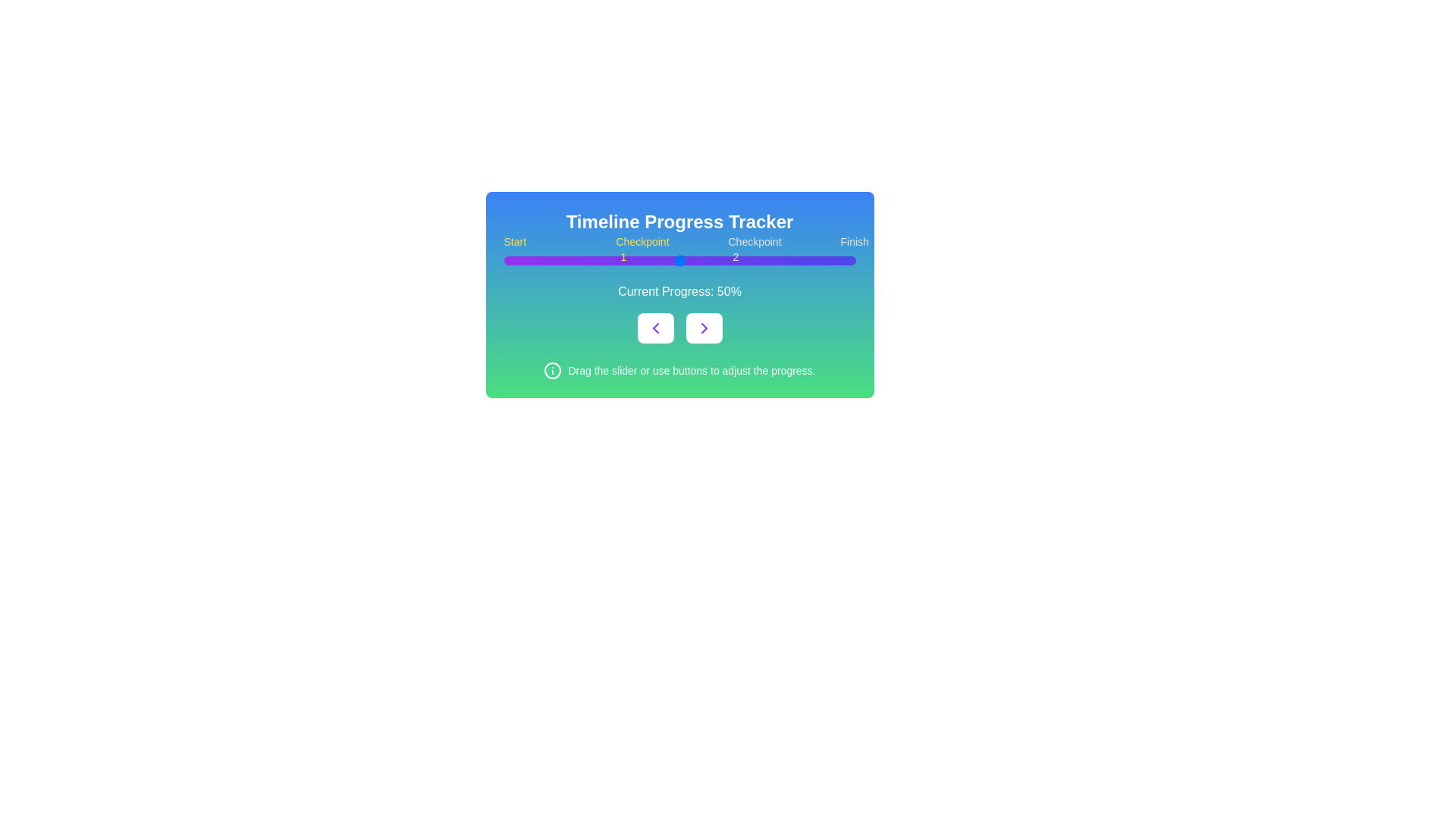  What do you see at coordinates (651, 259) in the screenshot?
I see `the progress` at bounding box center [651, 259].